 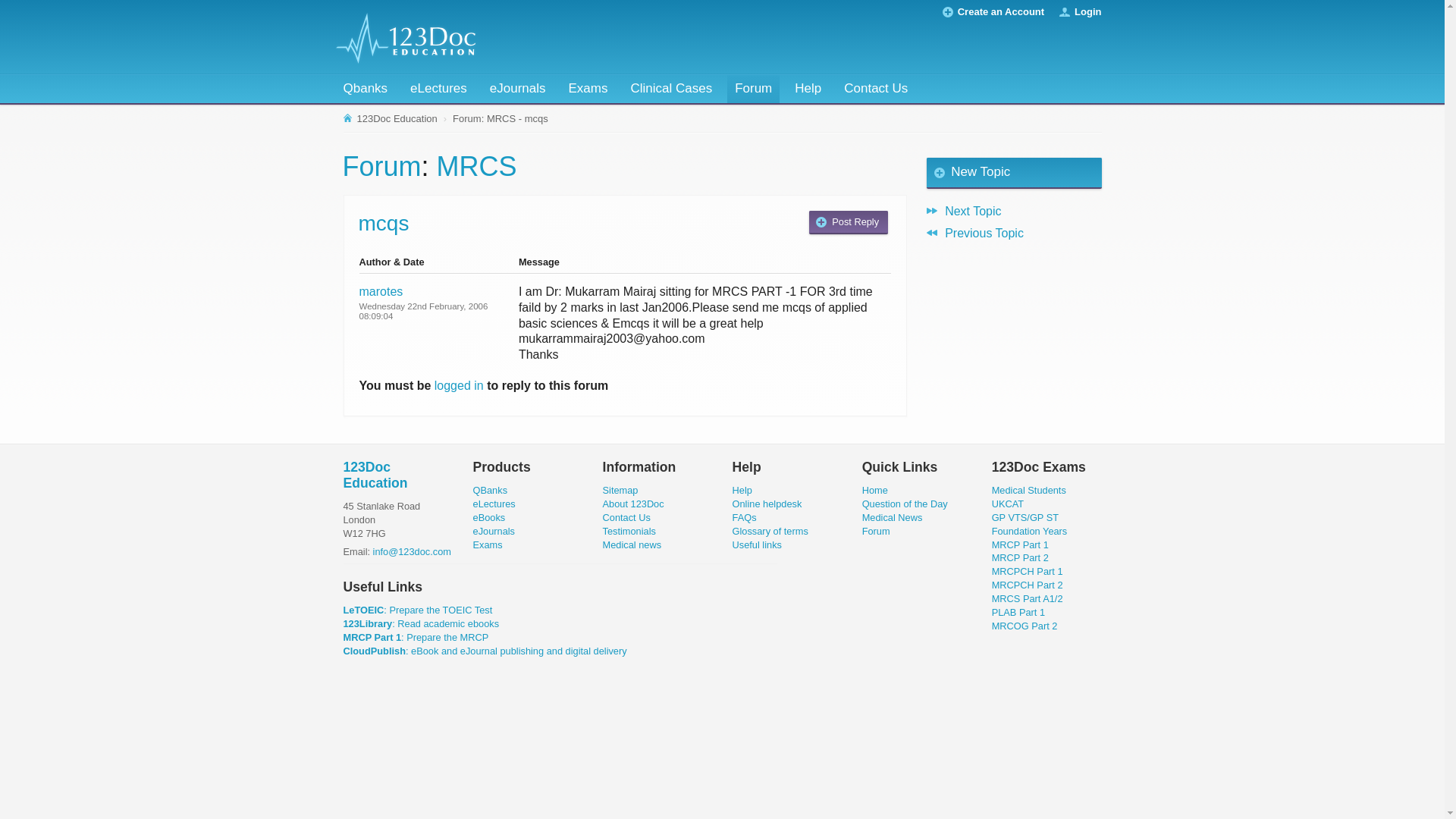 I want to click on 'Online helpdesk', so click(x=767, y=504).